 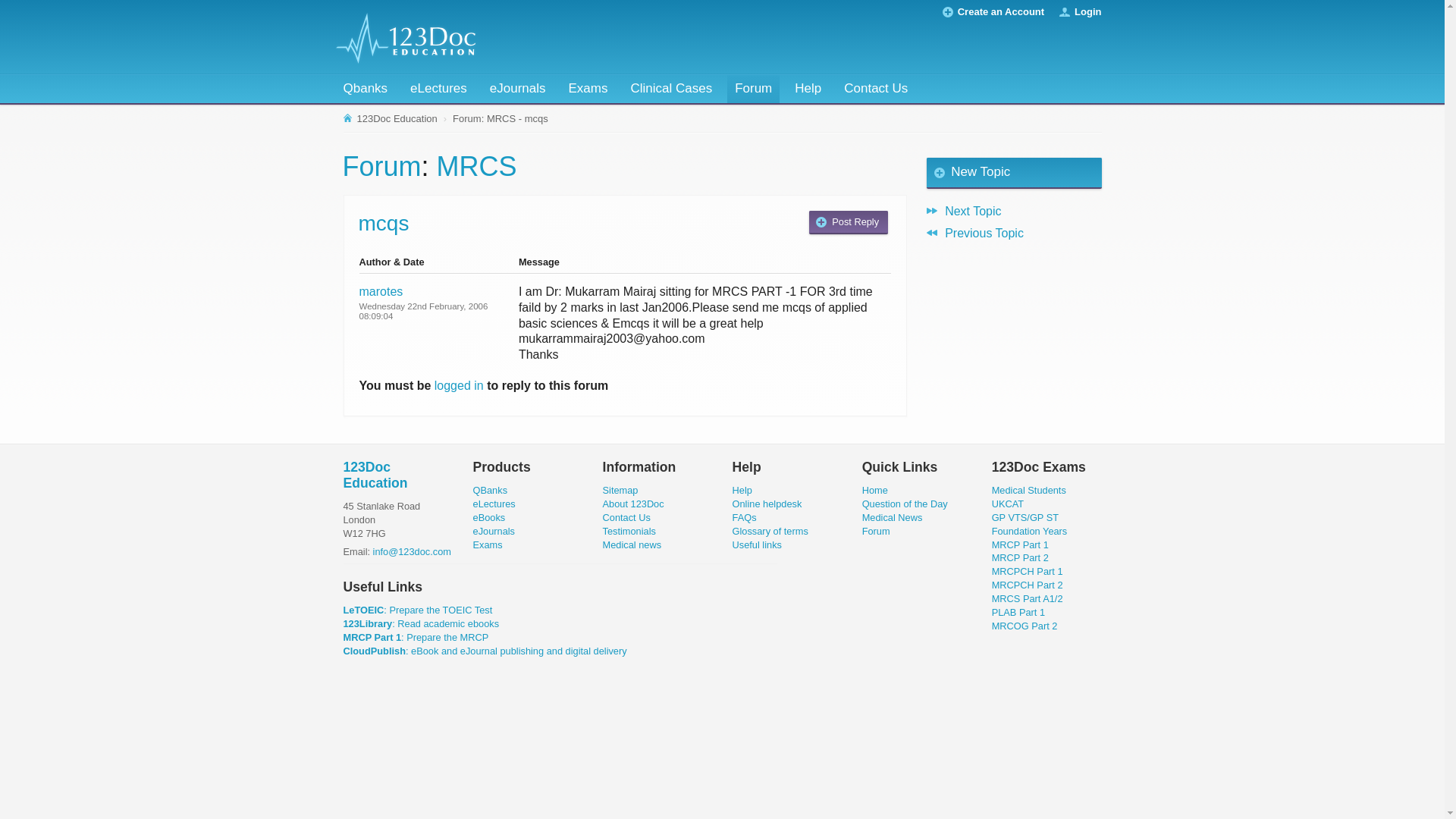 I want to click on 'Online helpdesk', so click(x=767, y=504).